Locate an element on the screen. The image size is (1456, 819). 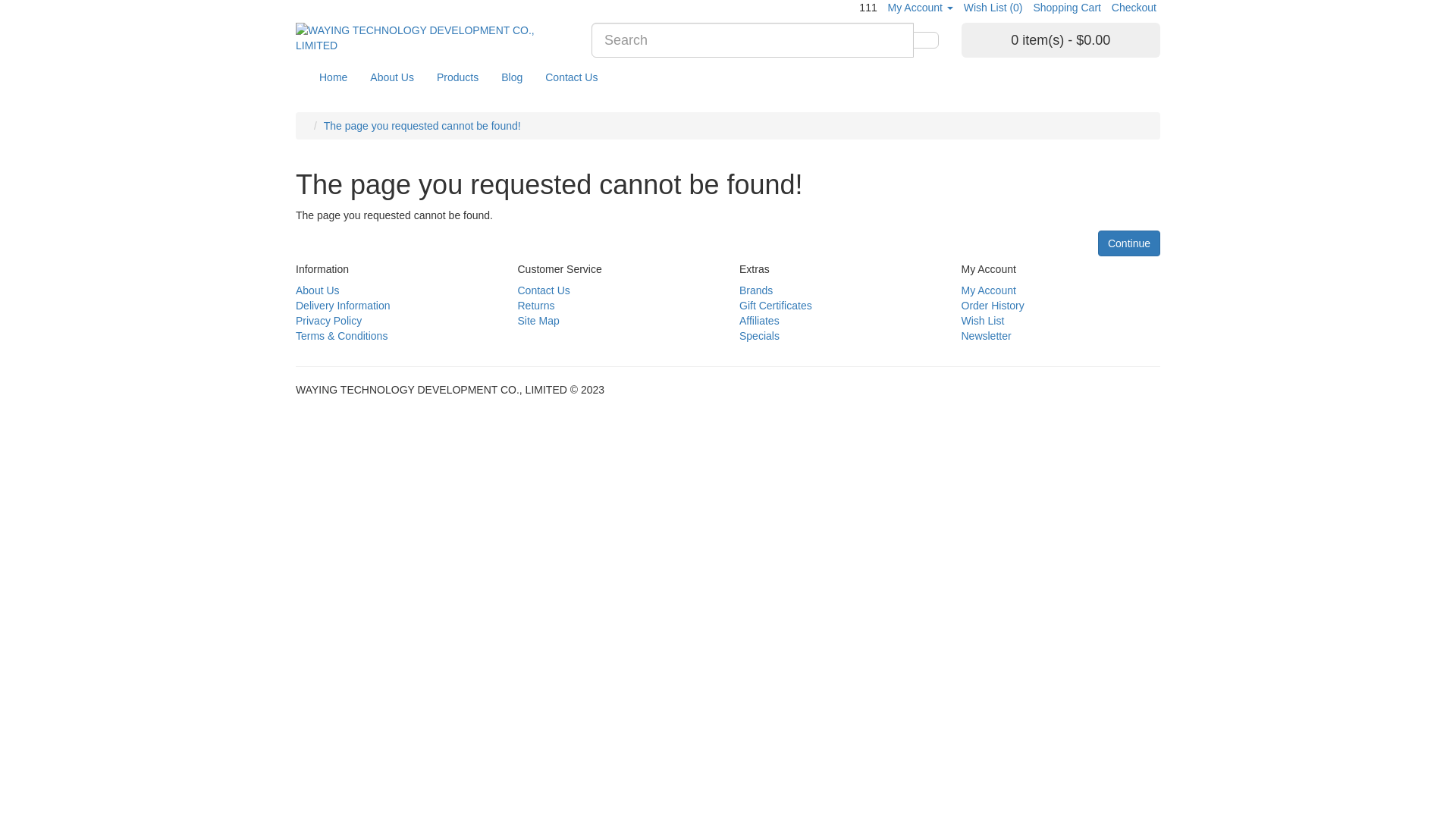
'About Us' is located at coordinates (358, 77).